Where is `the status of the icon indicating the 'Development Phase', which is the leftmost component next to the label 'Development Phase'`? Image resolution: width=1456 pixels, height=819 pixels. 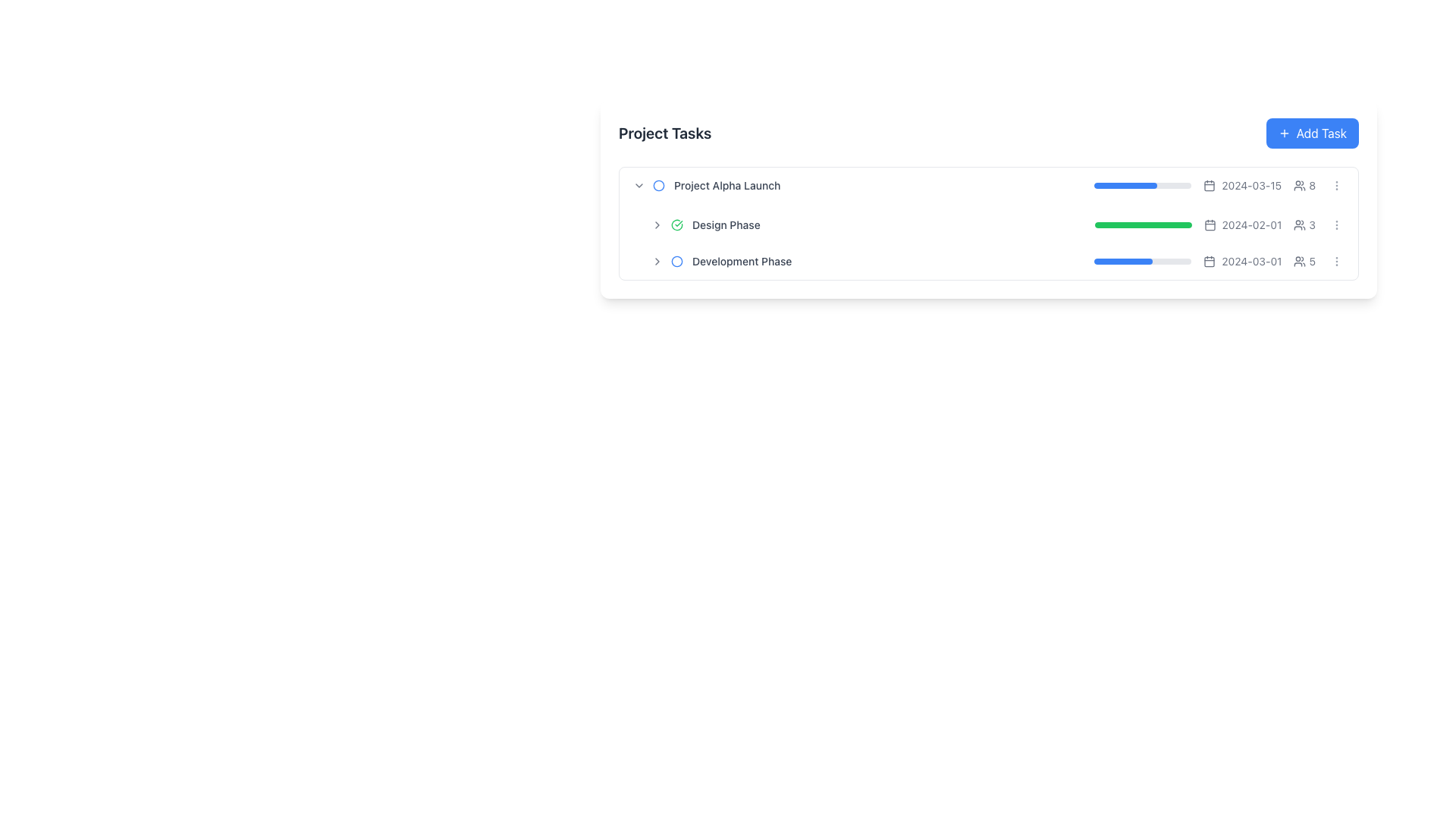
the status of the icon indicating the 'Development Phase', which is the leftmost component next to the label 'Development Phase' is located at coordinates (676, 260).